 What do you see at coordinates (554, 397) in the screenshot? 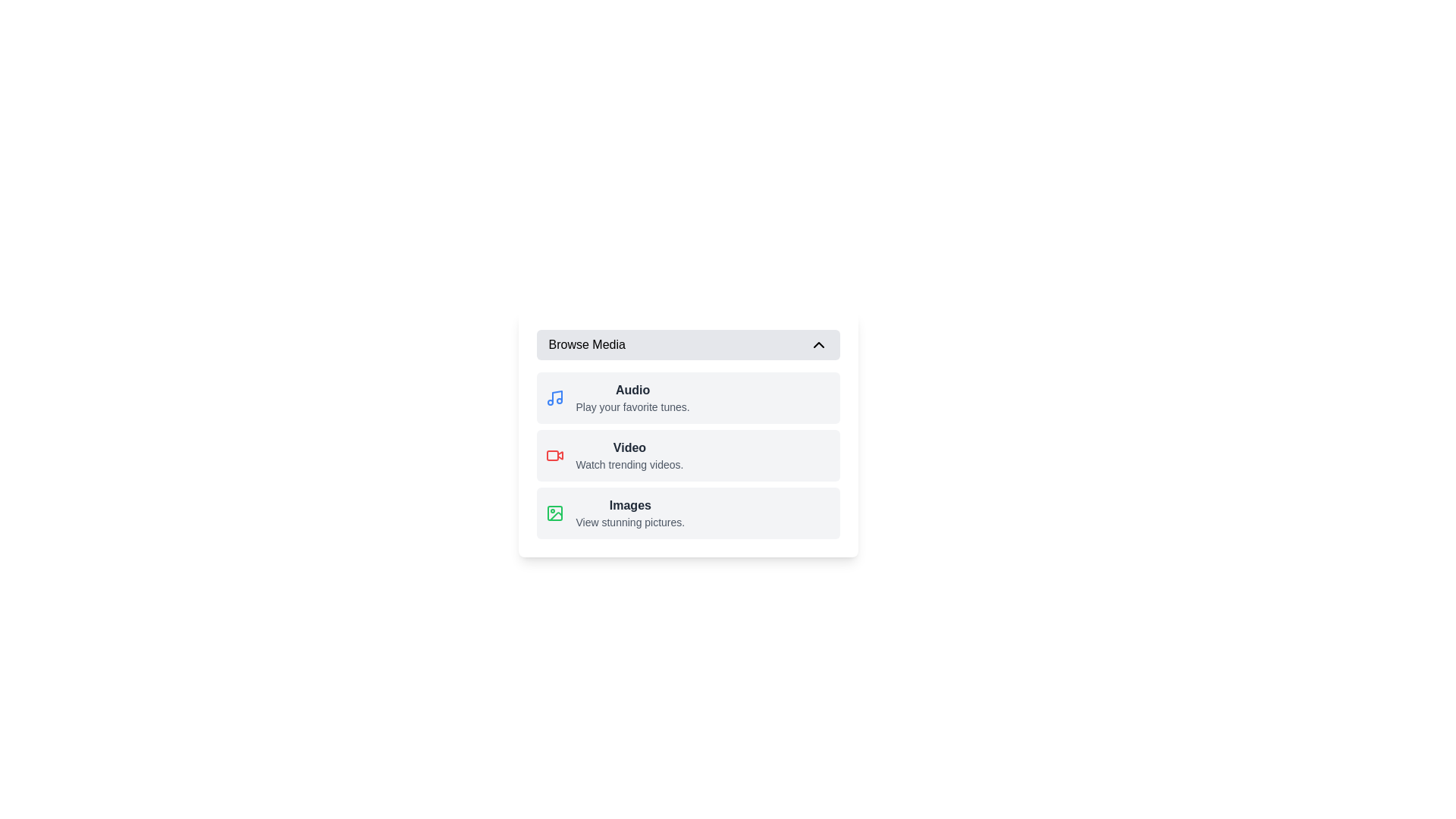
I see `the audio icon located at the top of the media options list, preceding the text 'Audio' and above the 'Video' option` at bounding box center [554, 397].